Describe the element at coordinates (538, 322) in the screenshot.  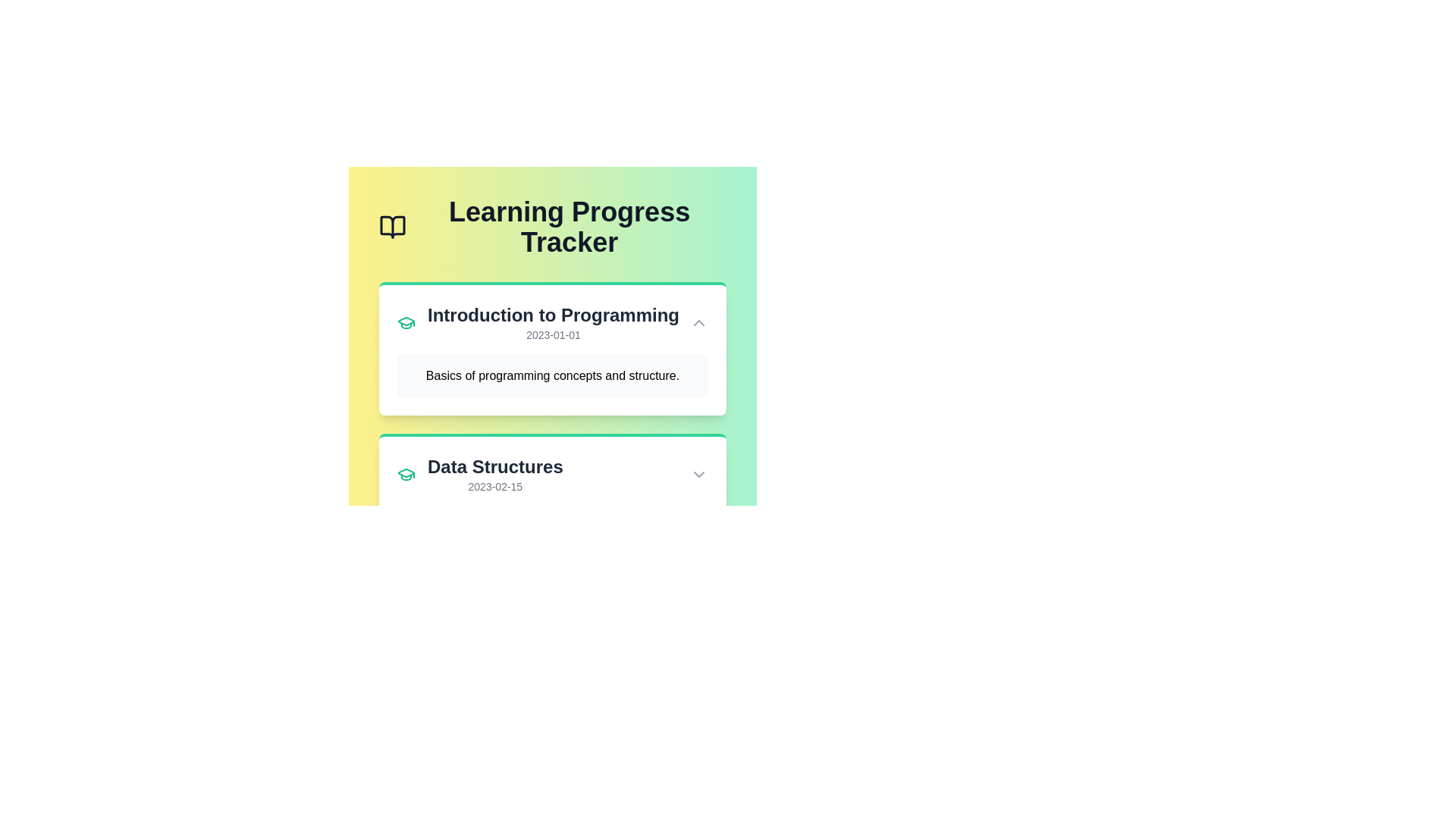
I see `the list item labeled 'Introduction to Programming'` at that location.